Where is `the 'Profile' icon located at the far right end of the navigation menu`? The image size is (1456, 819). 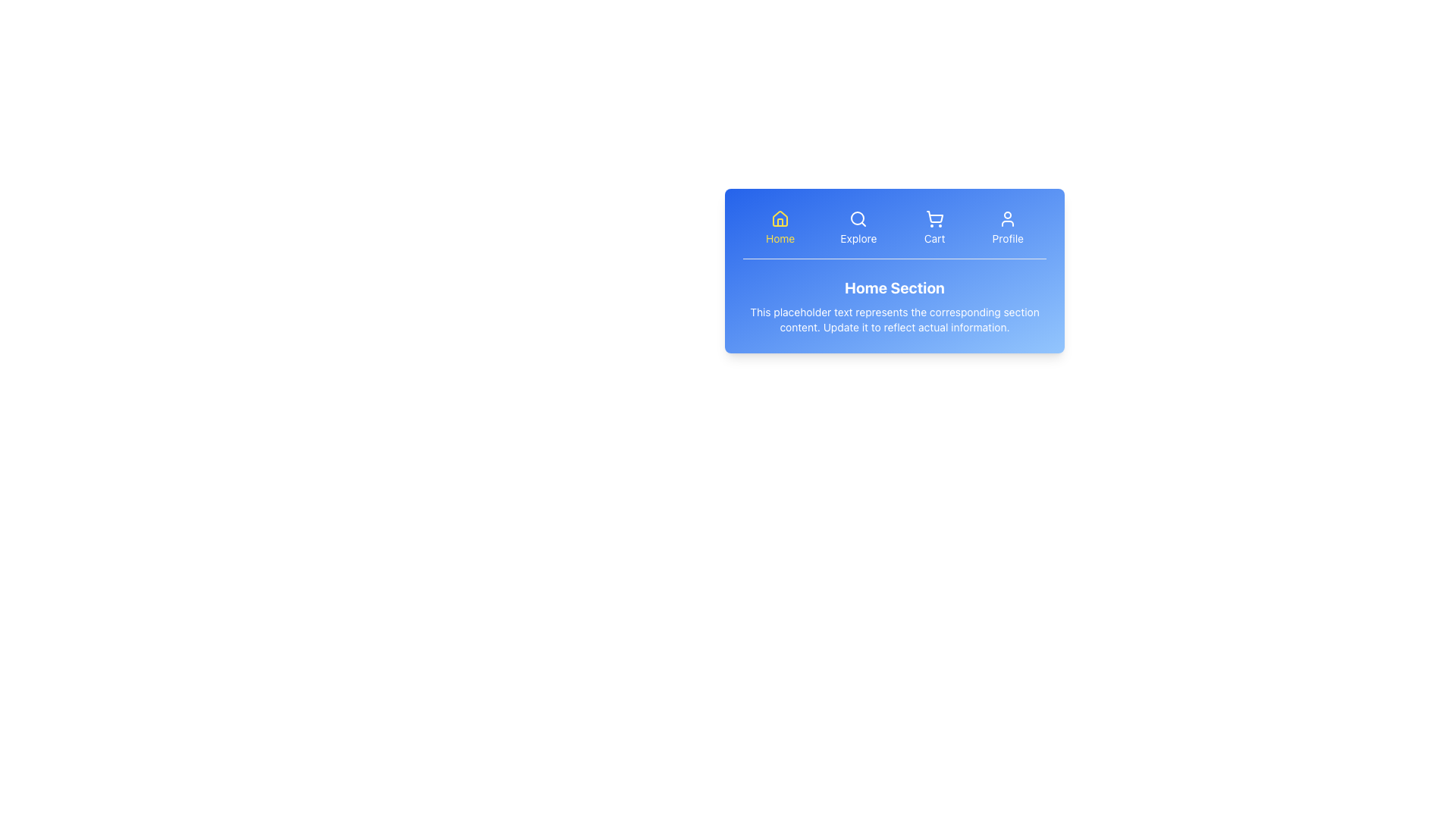 the 'Profile' icon located at the far right end of the navigation menu is located at coordinates (1008, 219).